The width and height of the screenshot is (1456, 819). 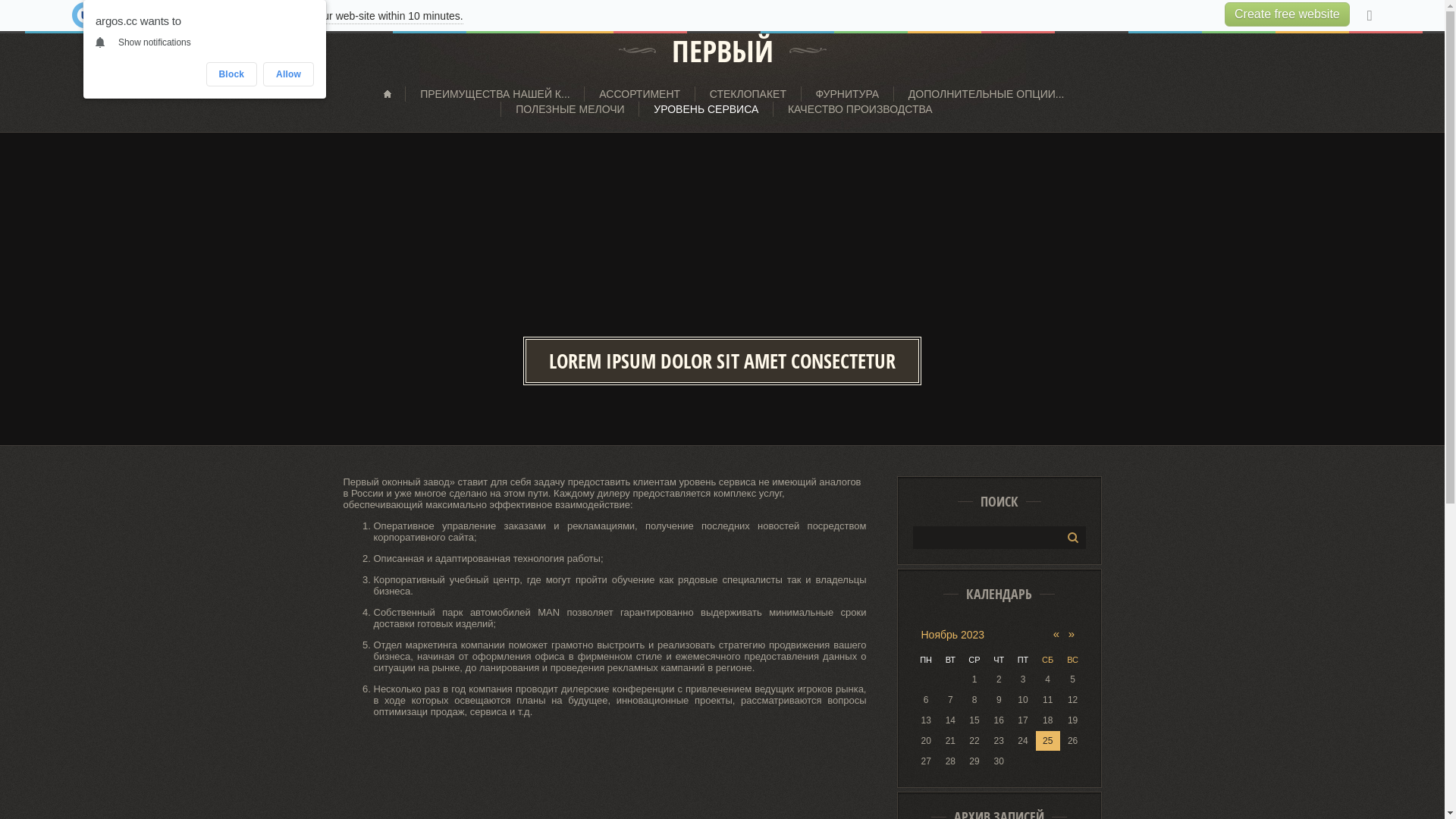 I want to click on 'Allow', so click(x=288, y=74).